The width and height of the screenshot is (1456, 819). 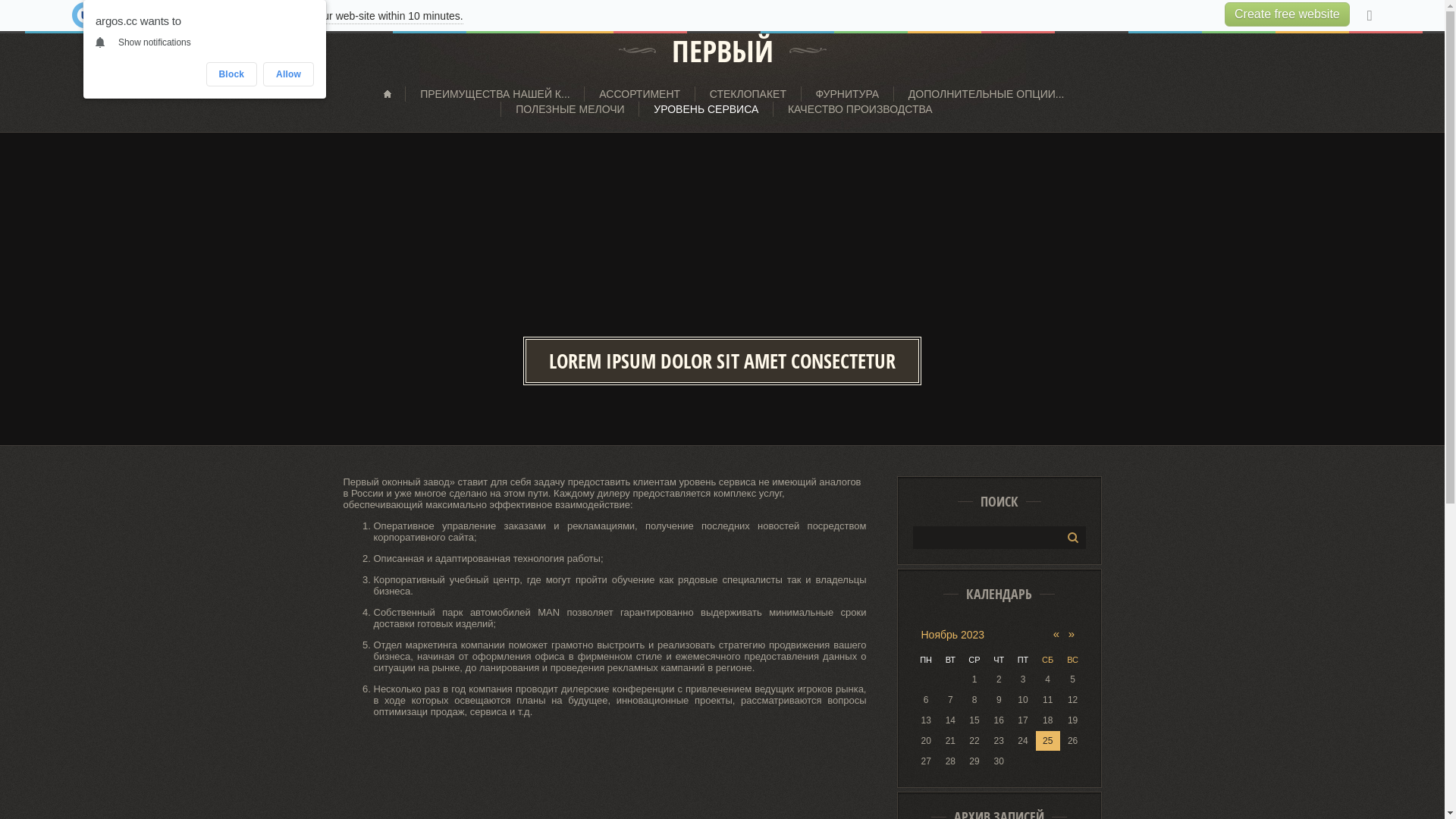 I want to click on 'Allow', so click(x=288, y=74).